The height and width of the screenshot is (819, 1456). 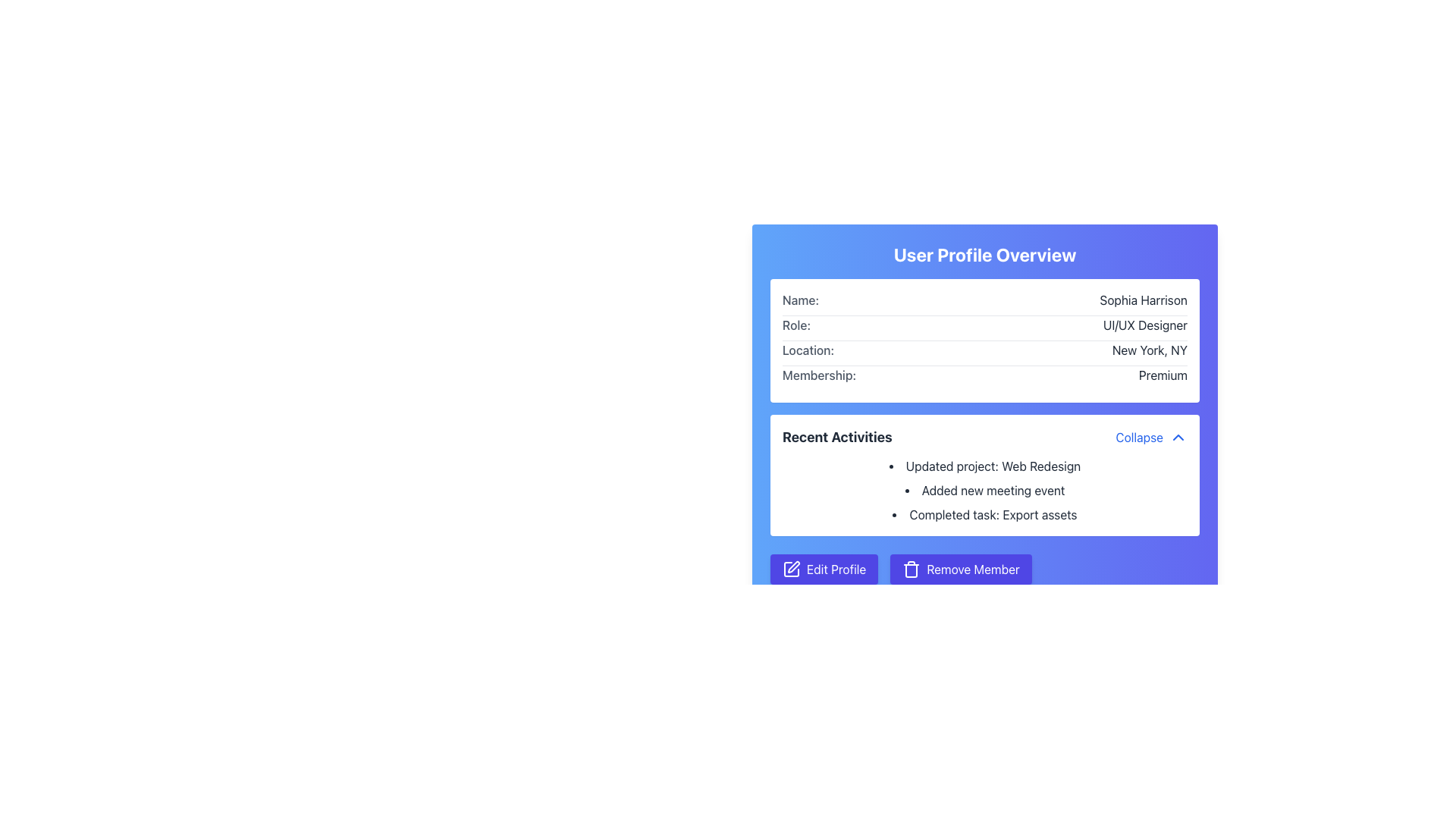 What do you see at coordinates (1151, 438) in the screenshot?
I see `the 'Collapse' button, which is a blue text label with an upward-pointing chevron icon, located on the far right of the 'Recent Activities' section header` at bounding box center [1151, 438].